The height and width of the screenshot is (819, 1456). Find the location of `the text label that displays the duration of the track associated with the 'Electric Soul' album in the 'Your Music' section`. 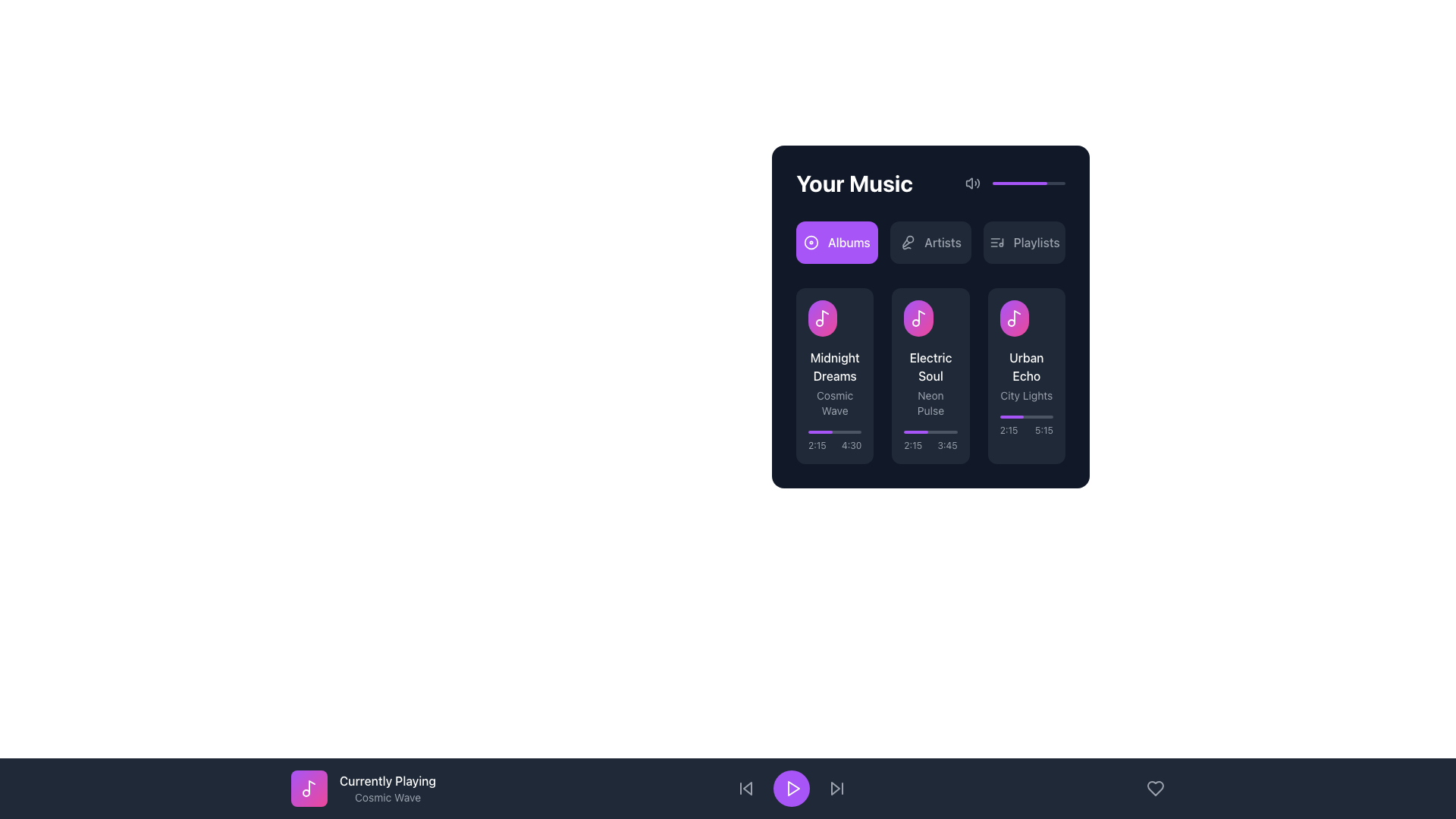

the text label that displays the duration of the track associated with the 'Electric Soul' album in the 'Your Music' section is located at coordinates (946, 444).